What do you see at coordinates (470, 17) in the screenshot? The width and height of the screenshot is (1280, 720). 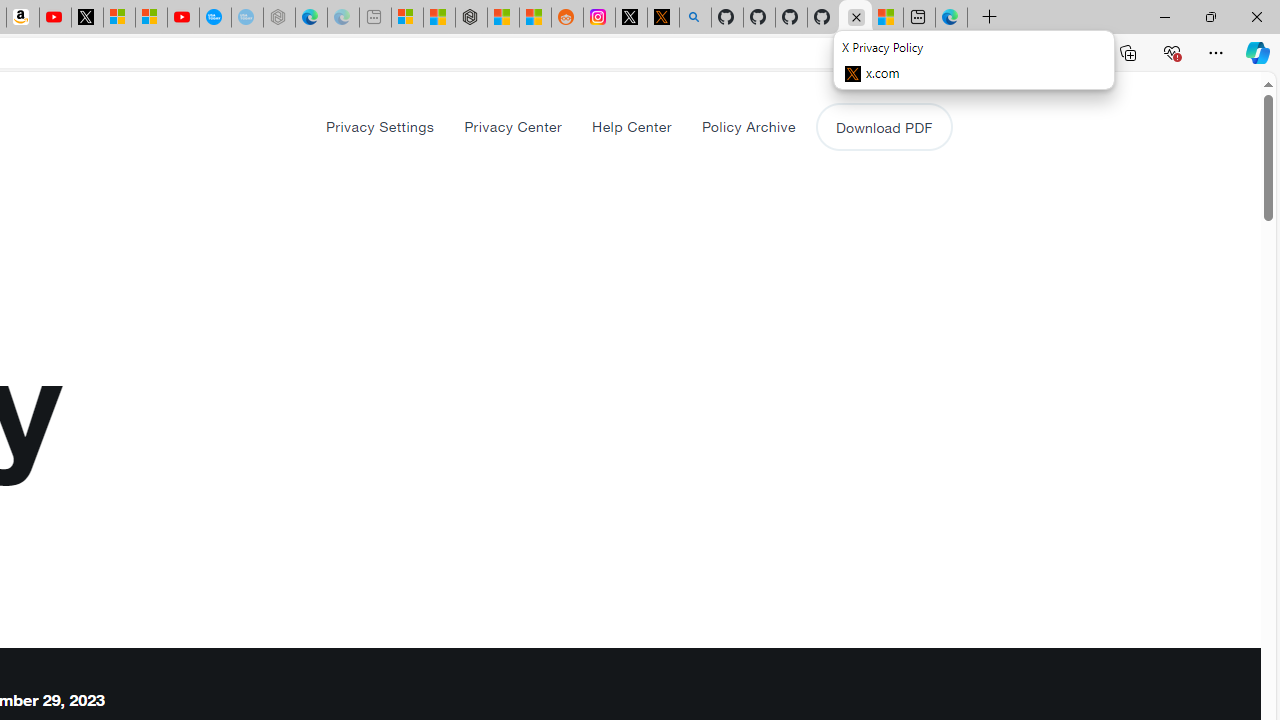 I see `'Nordace - Duffels'` at bounding box center [470, 17].